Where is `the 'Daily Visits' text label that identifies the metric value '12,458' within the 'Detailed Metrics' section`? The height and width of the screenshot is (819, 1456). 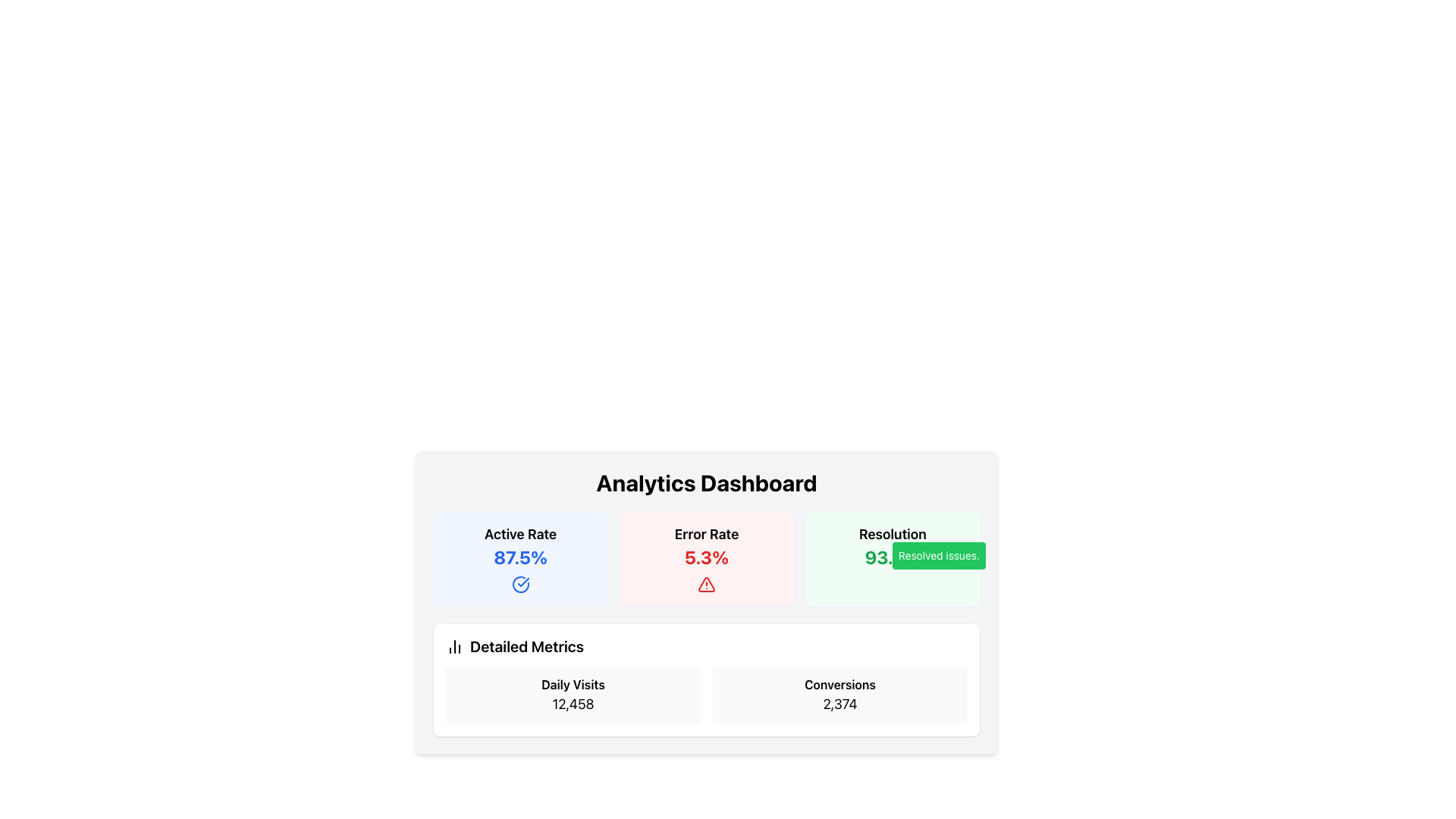 the 'Daily Visits' text label that identifies the metric value '12,458' within the 'Detailed Metrics' section is located at coordinates (572, 684).